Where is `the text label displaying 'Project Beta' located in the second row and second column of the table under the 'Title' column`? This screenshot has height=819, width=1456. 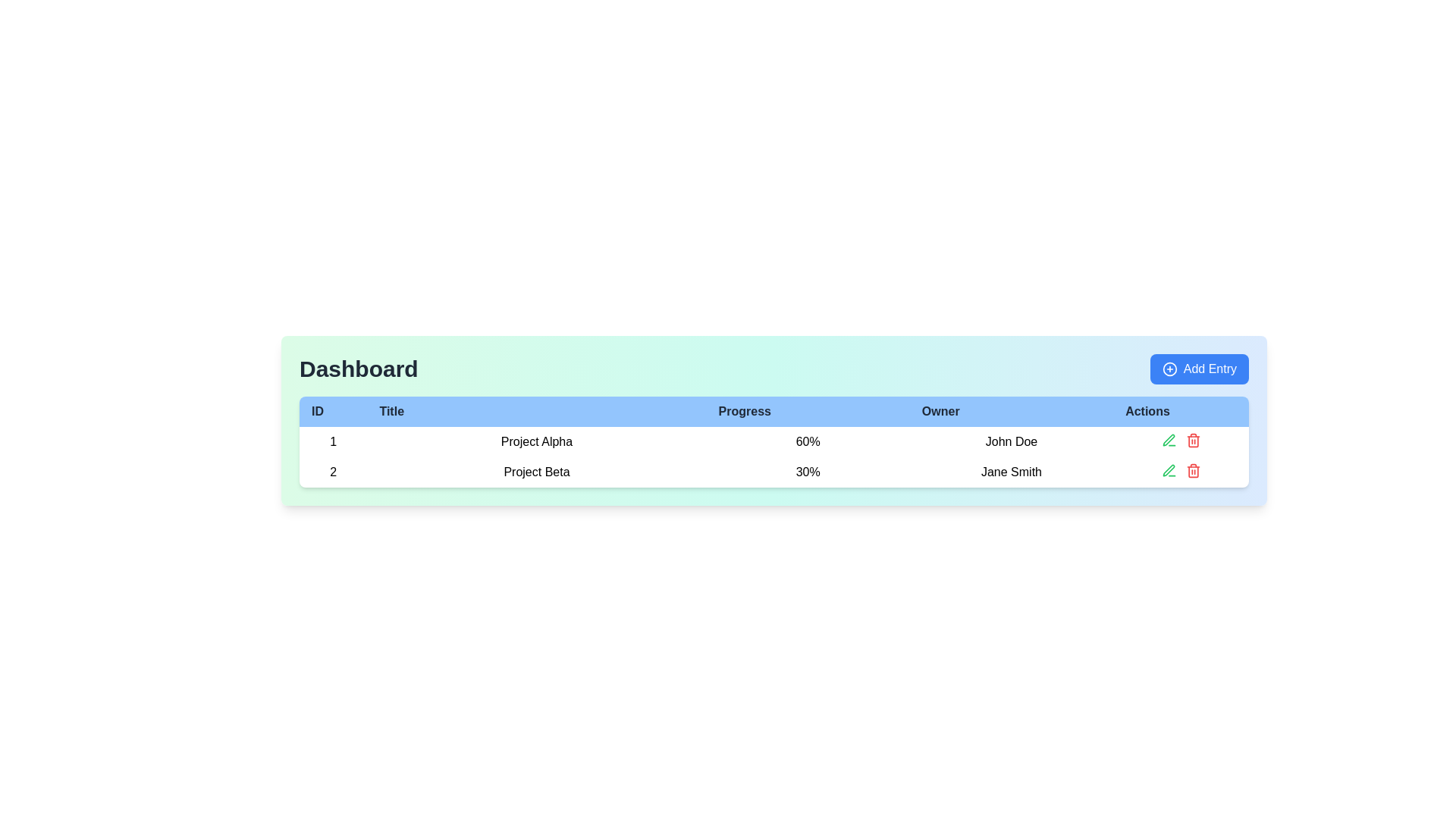
the text label displaying 'Project Beta' located in the second row and second column of the table under the 'Title' column is located at coordinates (536, 472).